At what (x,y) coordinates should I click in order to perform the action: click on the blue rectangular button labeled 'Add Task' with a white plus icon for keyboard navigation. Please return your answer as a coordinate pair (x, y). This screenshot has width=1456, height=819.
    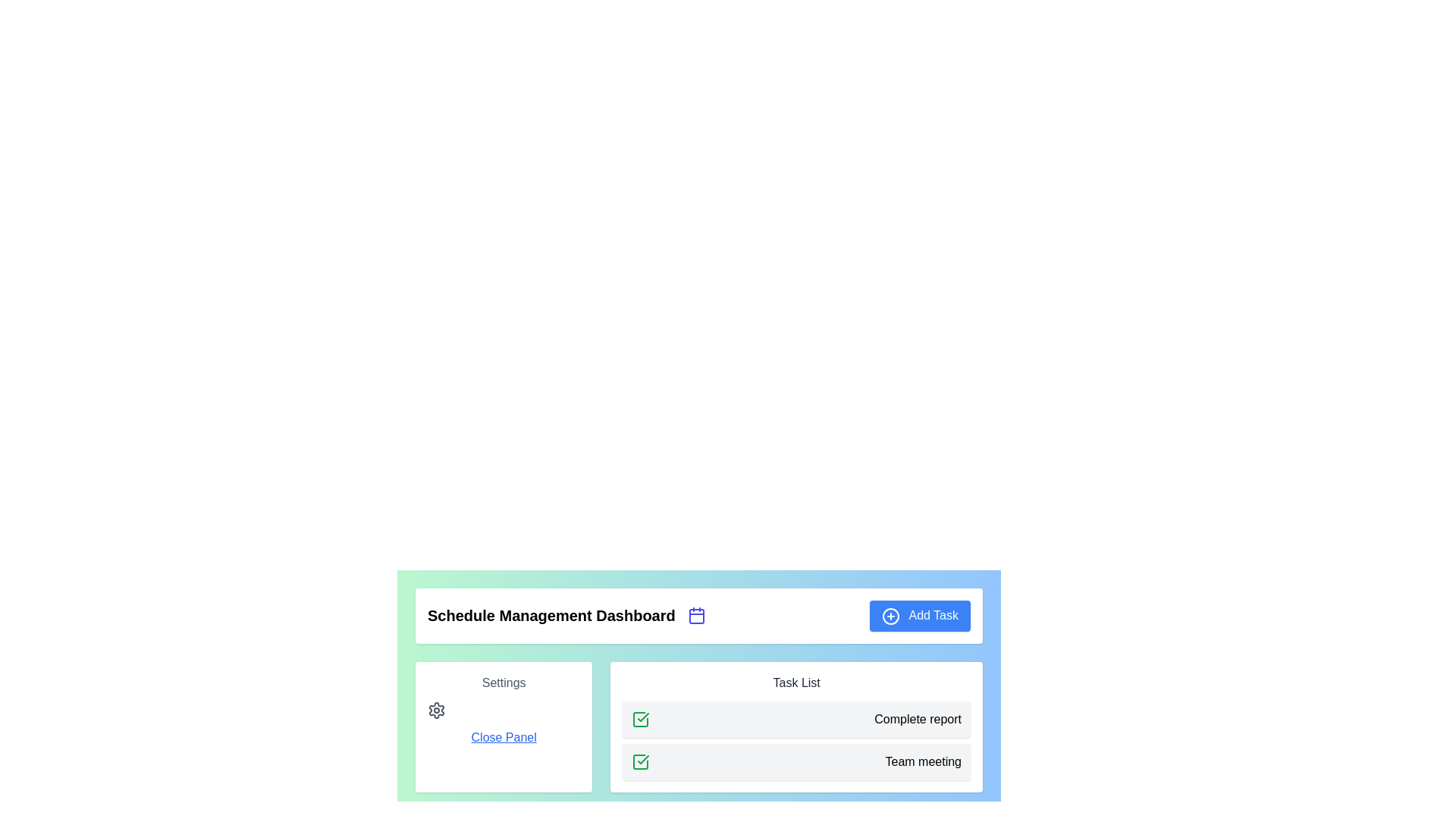
    Looking at the image, I should click on (919, 616).